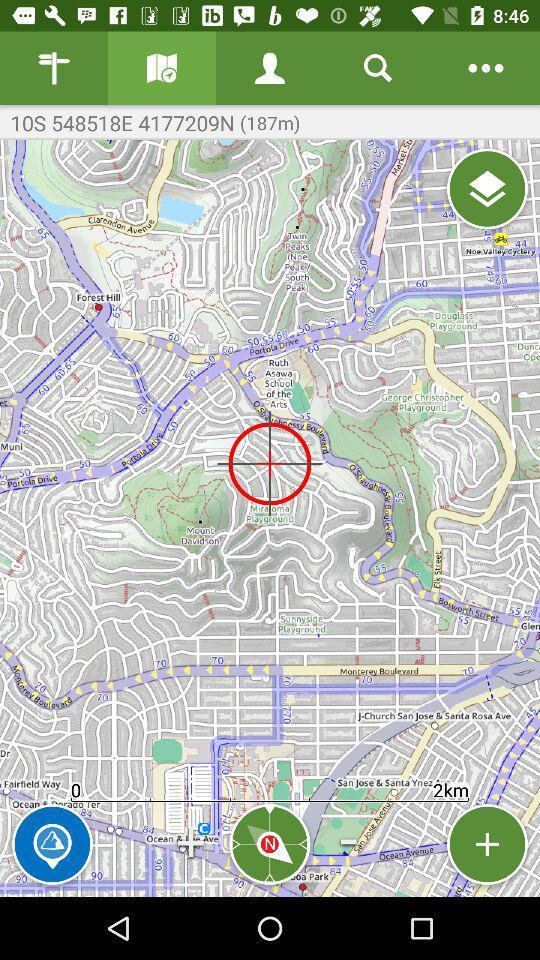 Image resolution: width=540 pixels, height=960 pixels. Describe the element at coordinates (378, 68) in the screenshot. I see `search` at that location.